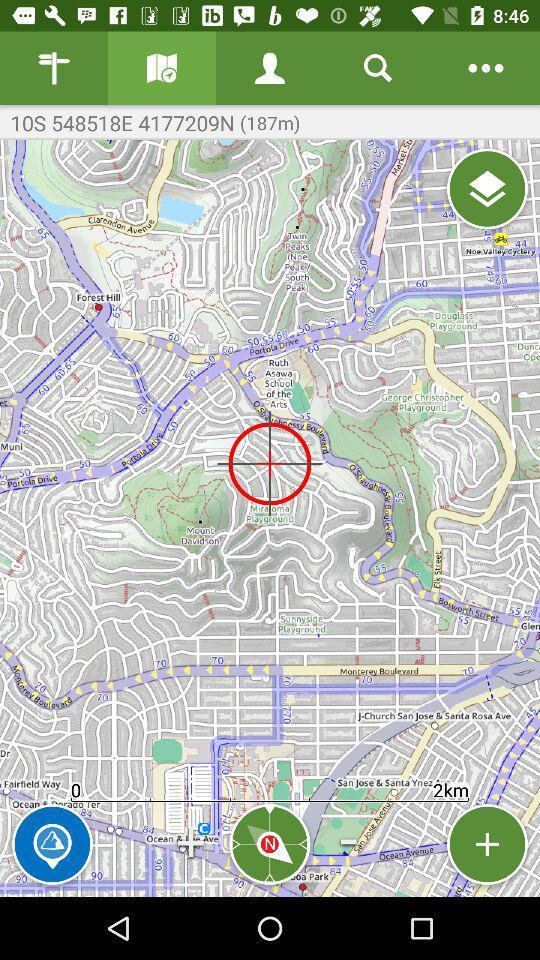 Image resolution: width=540 pixels, height=960 pixels. Describe the element at coordinates (378, 68) in the screenshot. I see `search` at that location.